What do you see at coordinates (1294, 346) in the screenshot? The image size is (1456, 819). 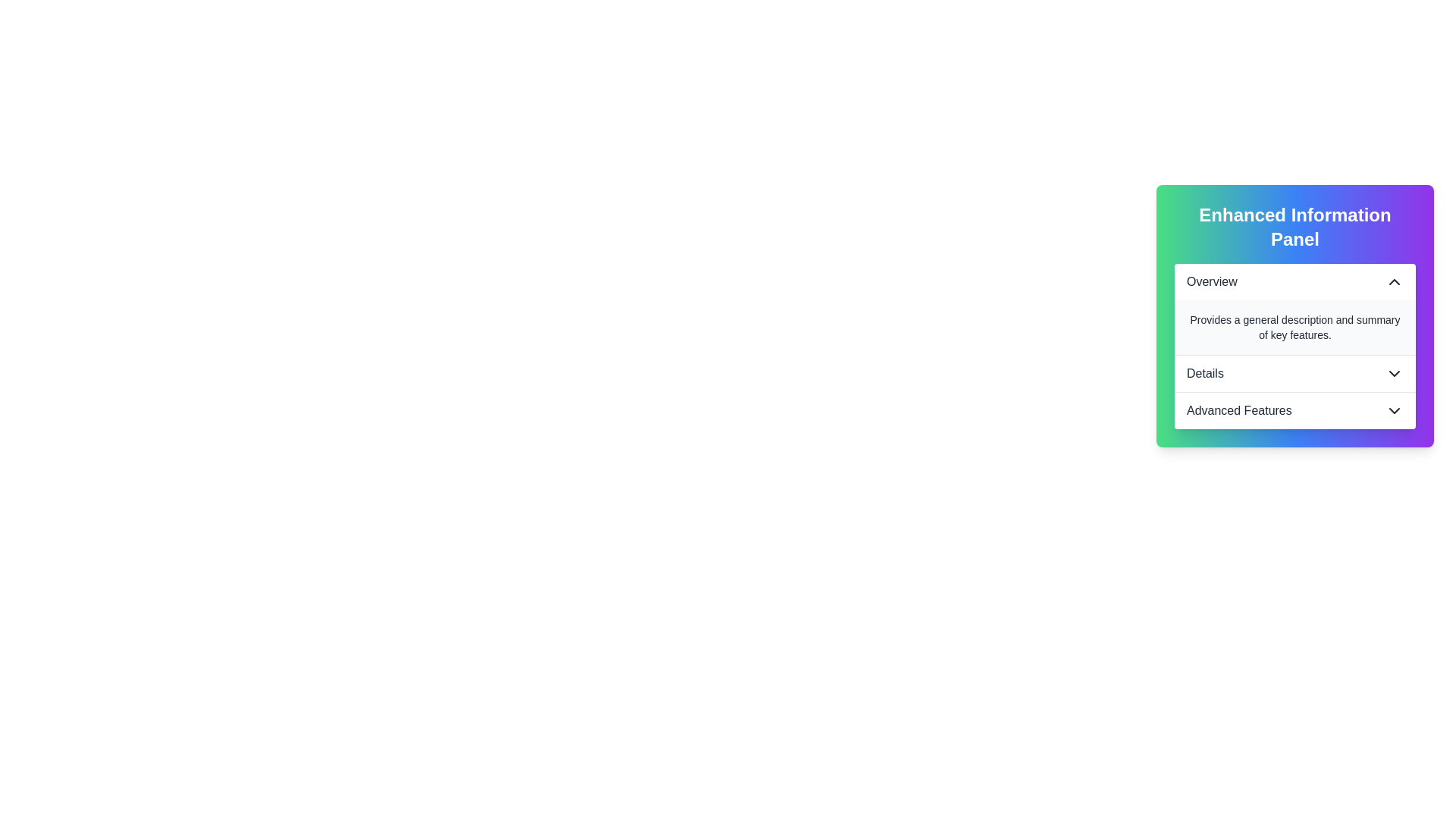 I see `the Collapsible information panel section element that contains the 'Overview' text and an upward-facing chevron icon, located under the 'Enhanced Information Panel' heading` at bounding box center [1294, 346].